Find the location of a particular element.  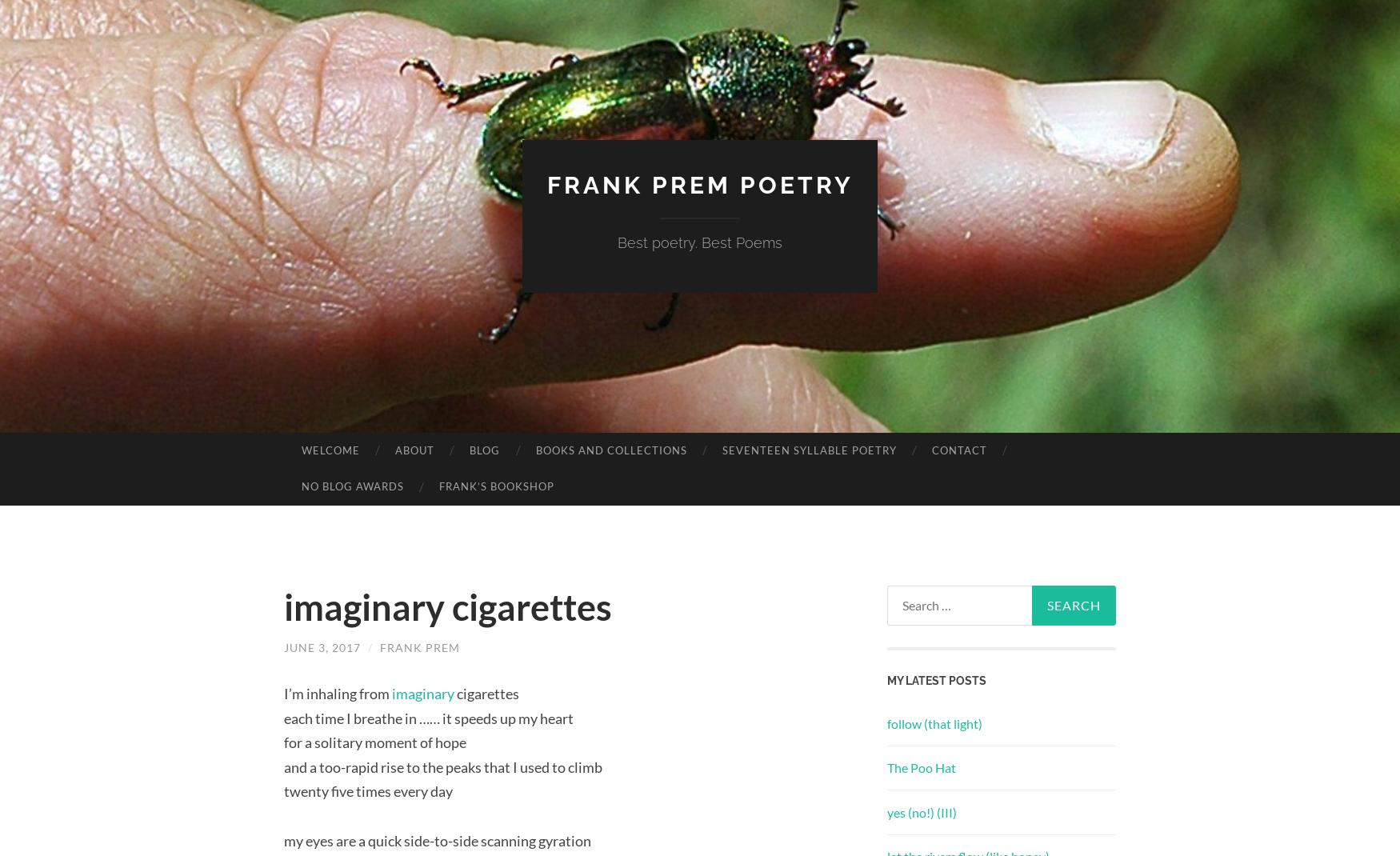

'twenty five times every day' is located at coordinates (368, 791).